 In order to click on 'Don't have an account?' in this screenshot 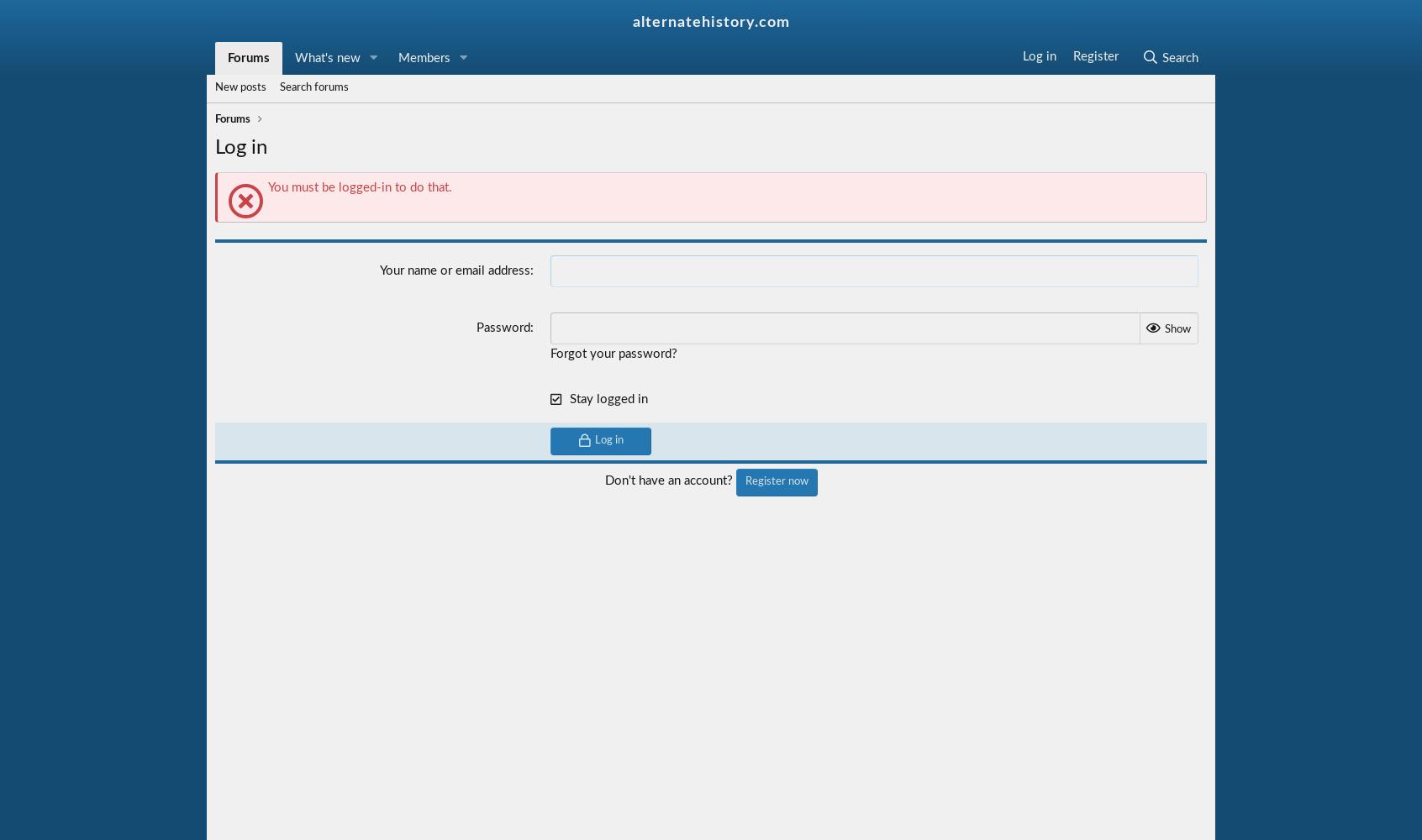, I will do `click(669, 480)`.